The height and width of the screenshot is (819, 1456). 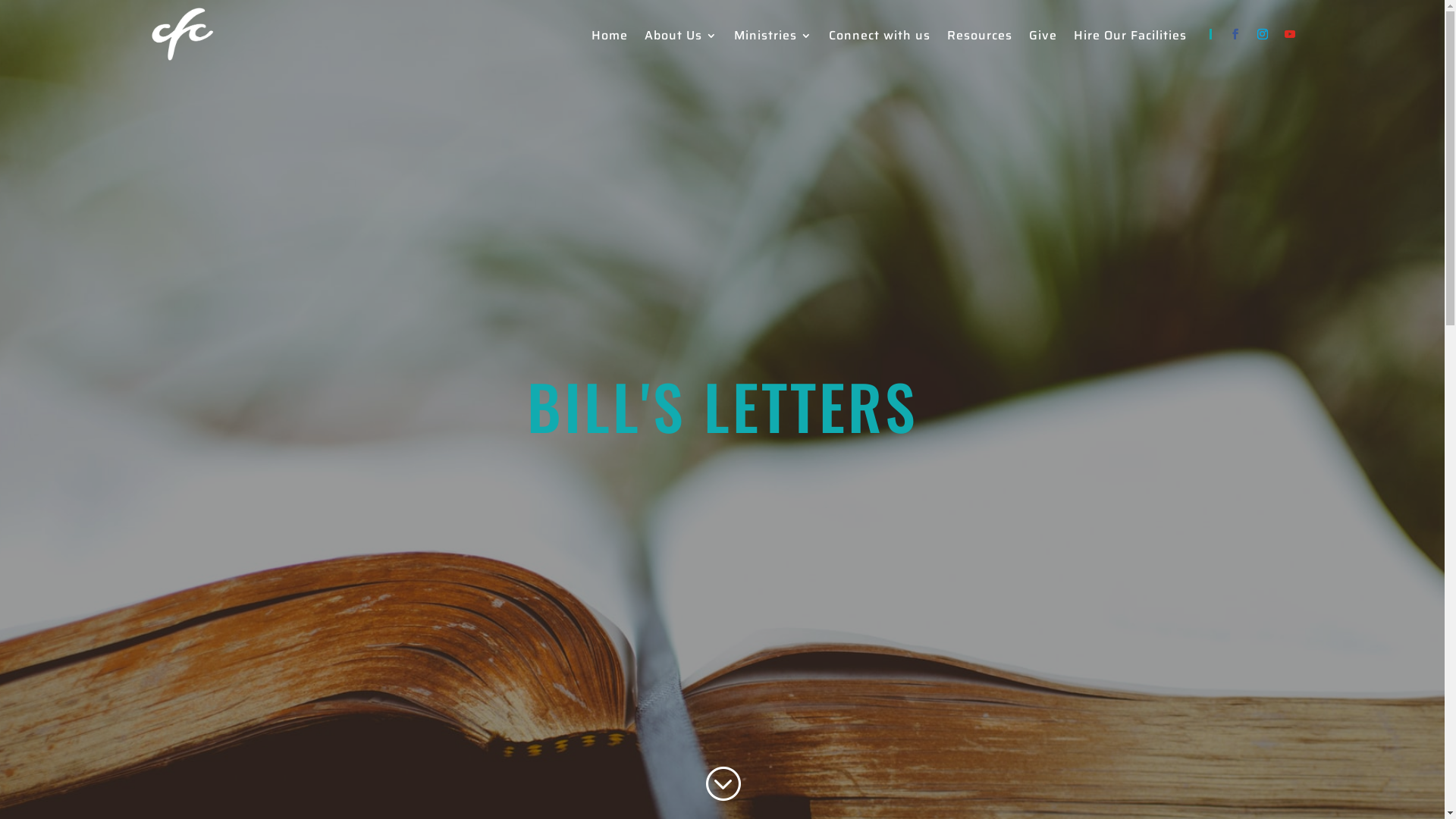 I want to click on 'Give', so click(x=1041, y=37).